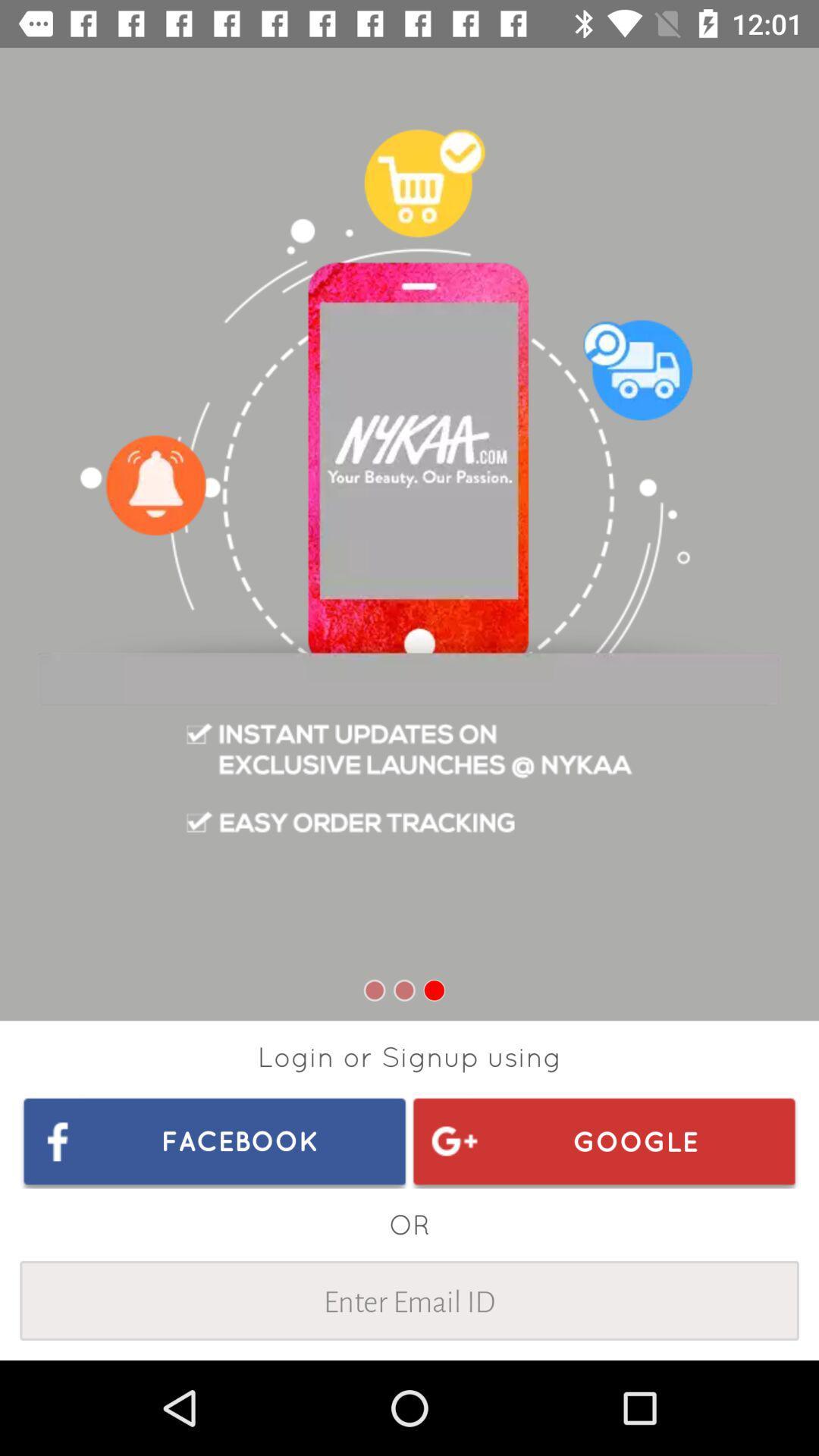  I want to click on the item below login or signup, so click(603, 1141).